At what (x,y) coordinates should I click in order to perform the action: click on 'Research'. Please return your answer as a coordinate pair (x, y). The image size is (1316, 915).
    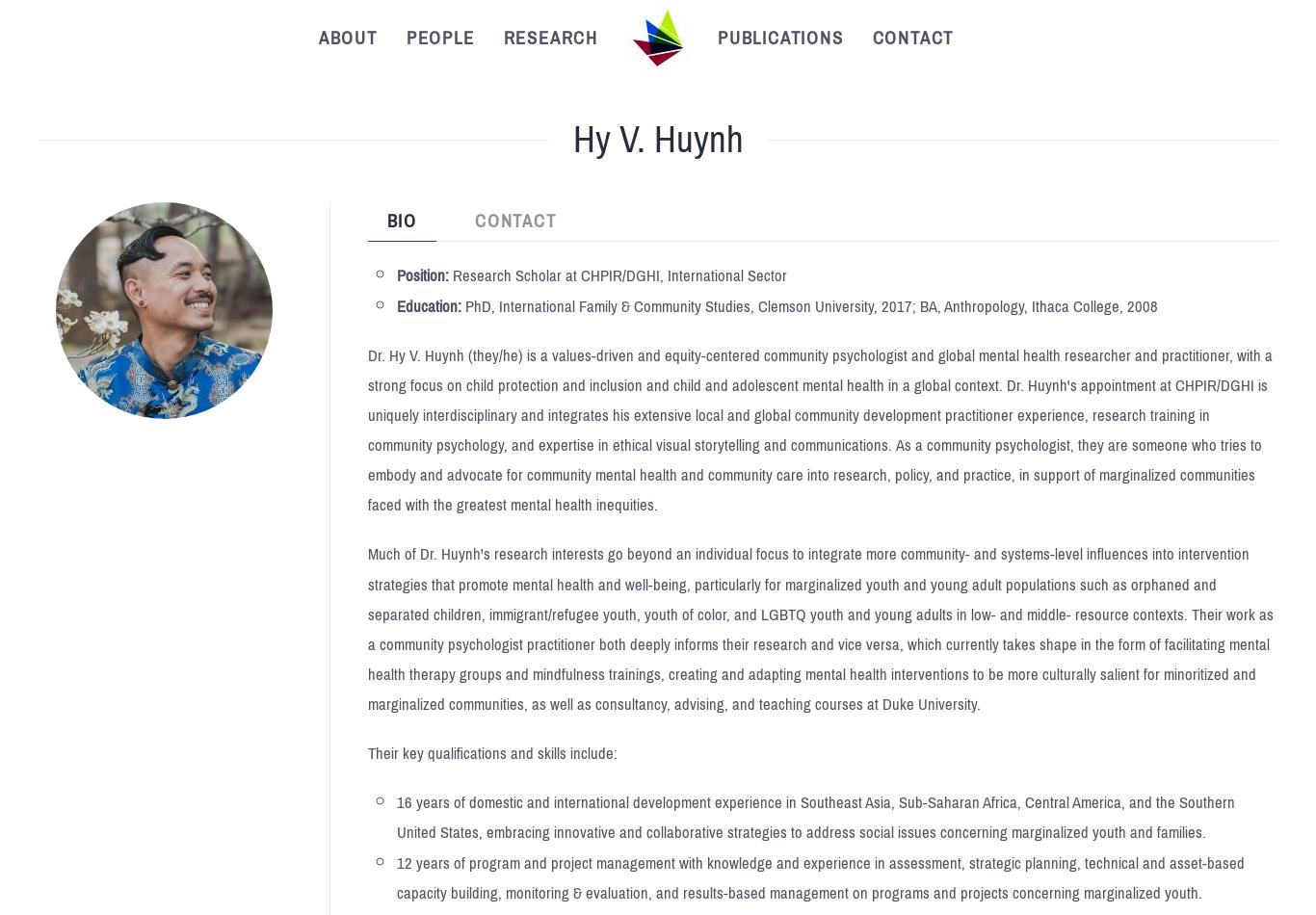
    Looking at the image, I should click on (549, 38).